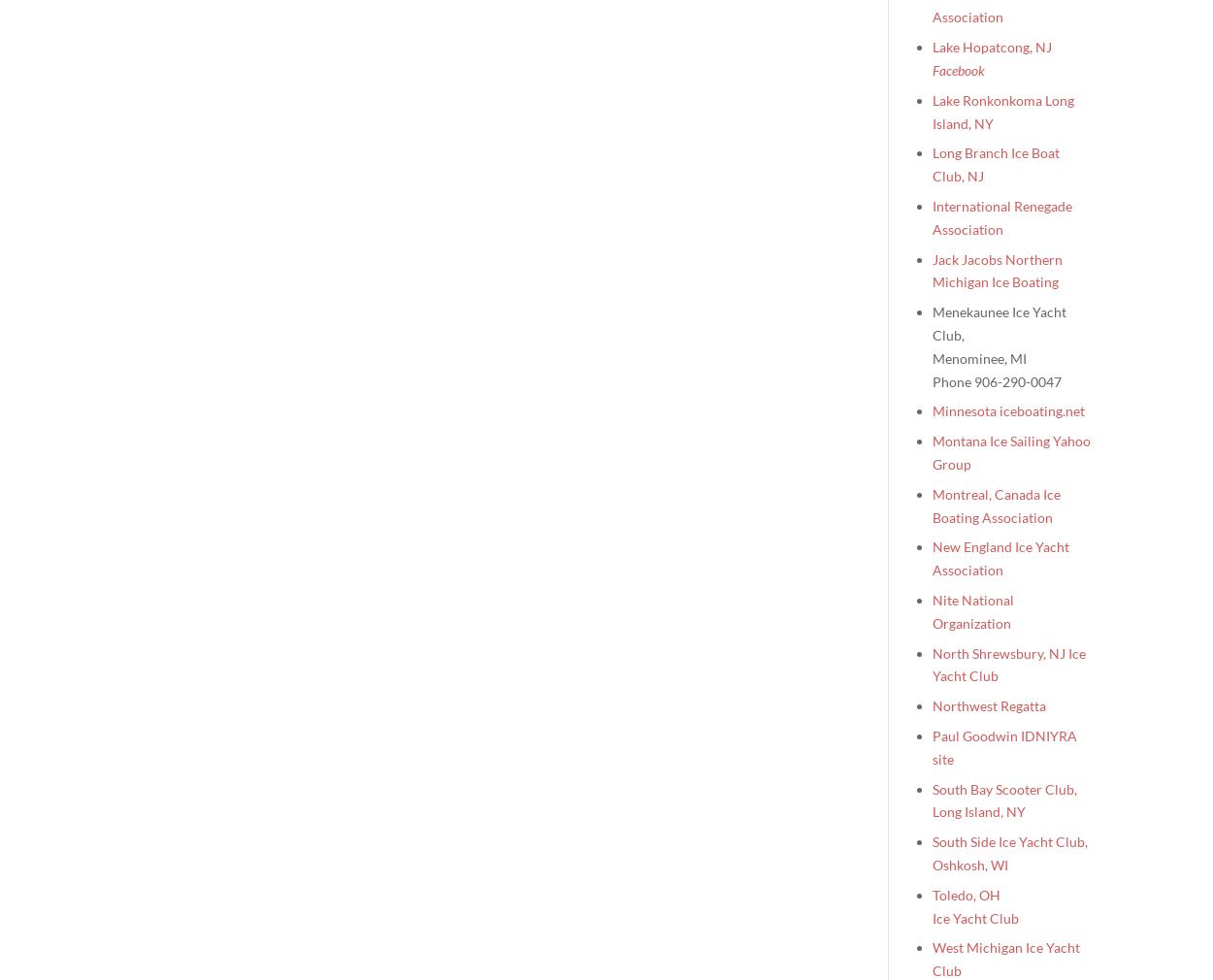 The width and height of the screenshot is (1213, 980). I want to click on 'North Shrewsbury, NJ Ice Yacht Club', so click(1009, 663).